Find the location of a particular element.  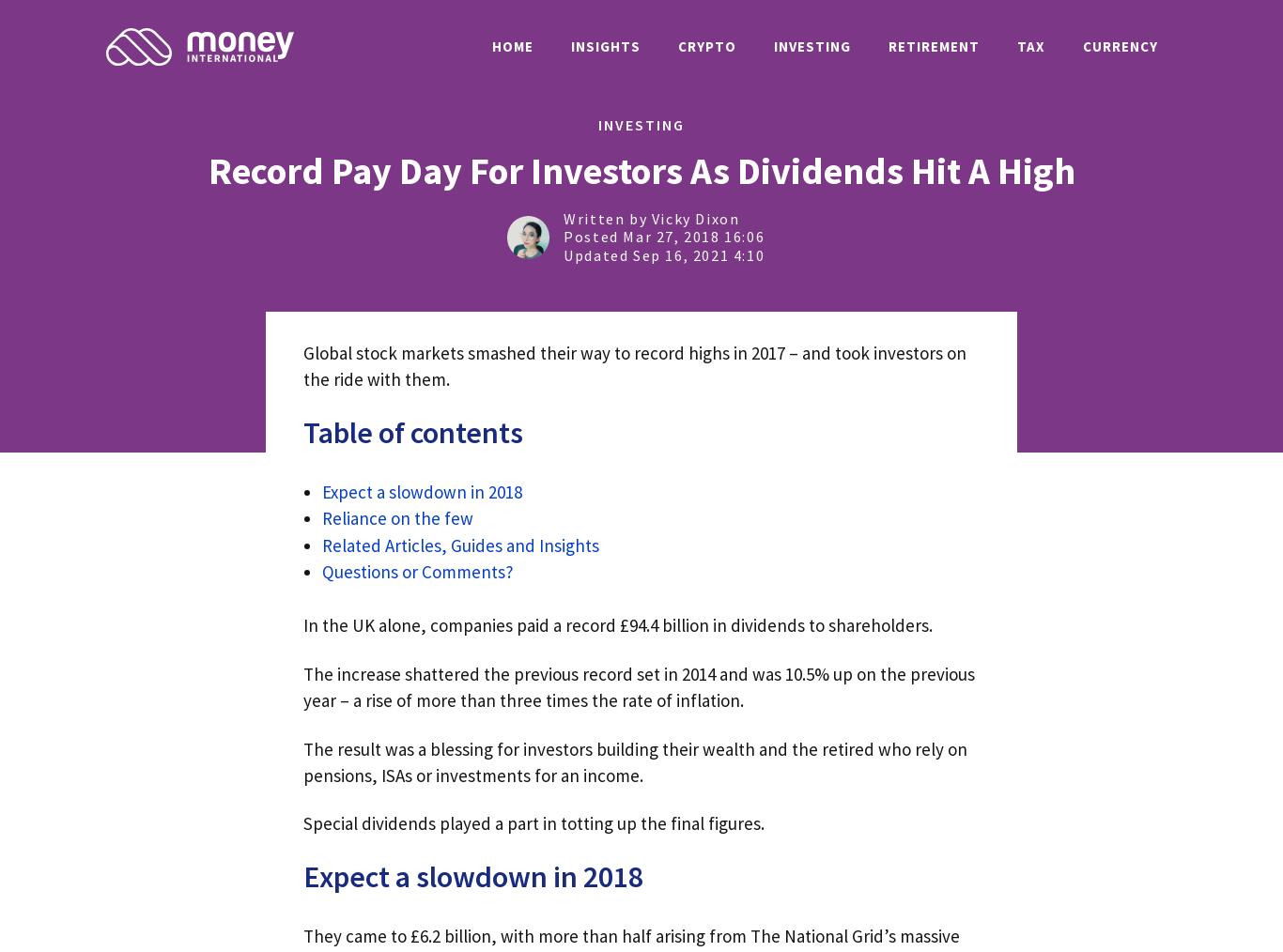

'In the UK alone, companies paid a record £94.4 billion in dividends to shareholders.' is located at coordinates (617, 624).